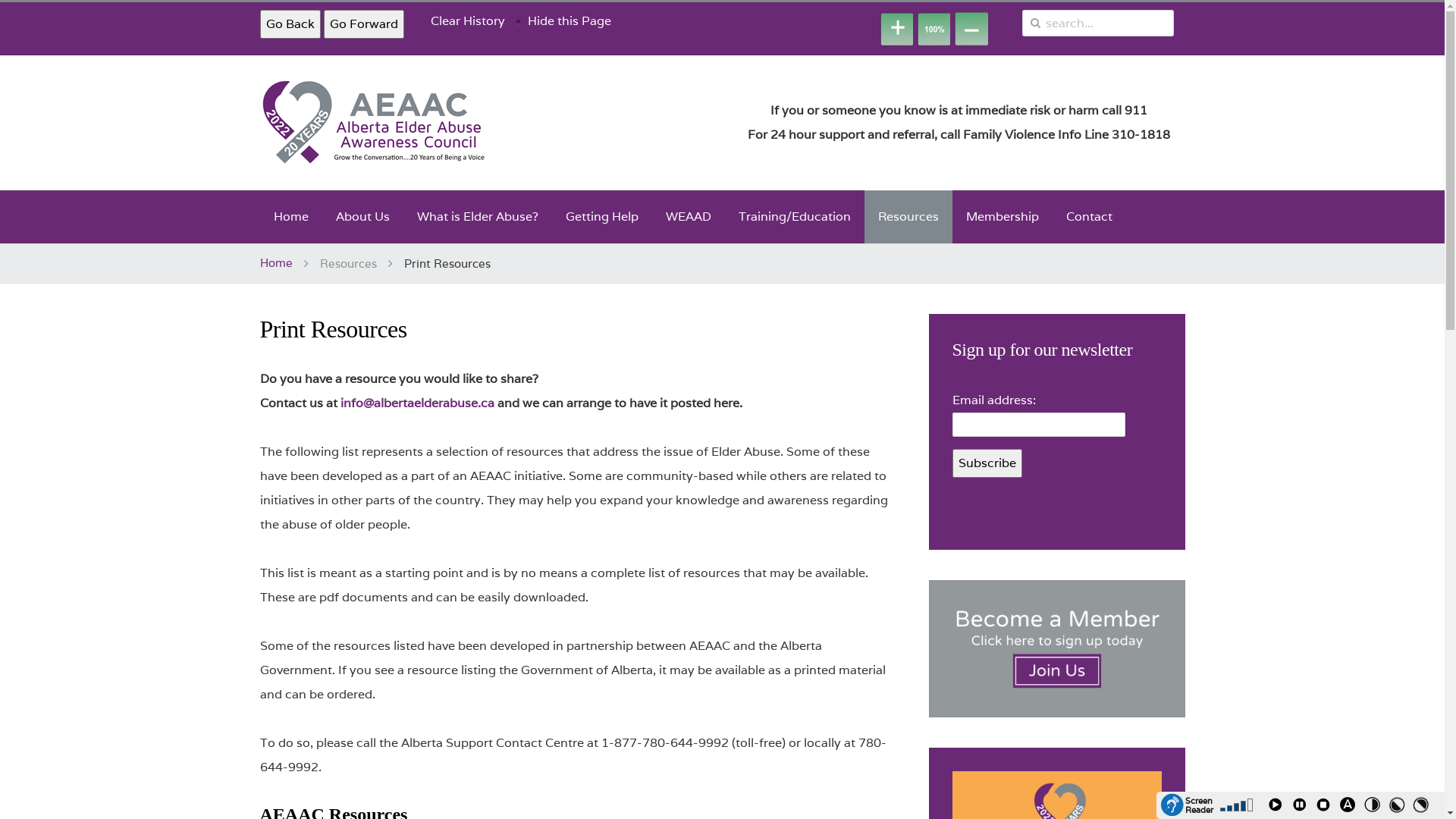 Image resolution: width=1456 pixels, height=819 pixels. I want to click on 'Getting Help', so click(601, 216).